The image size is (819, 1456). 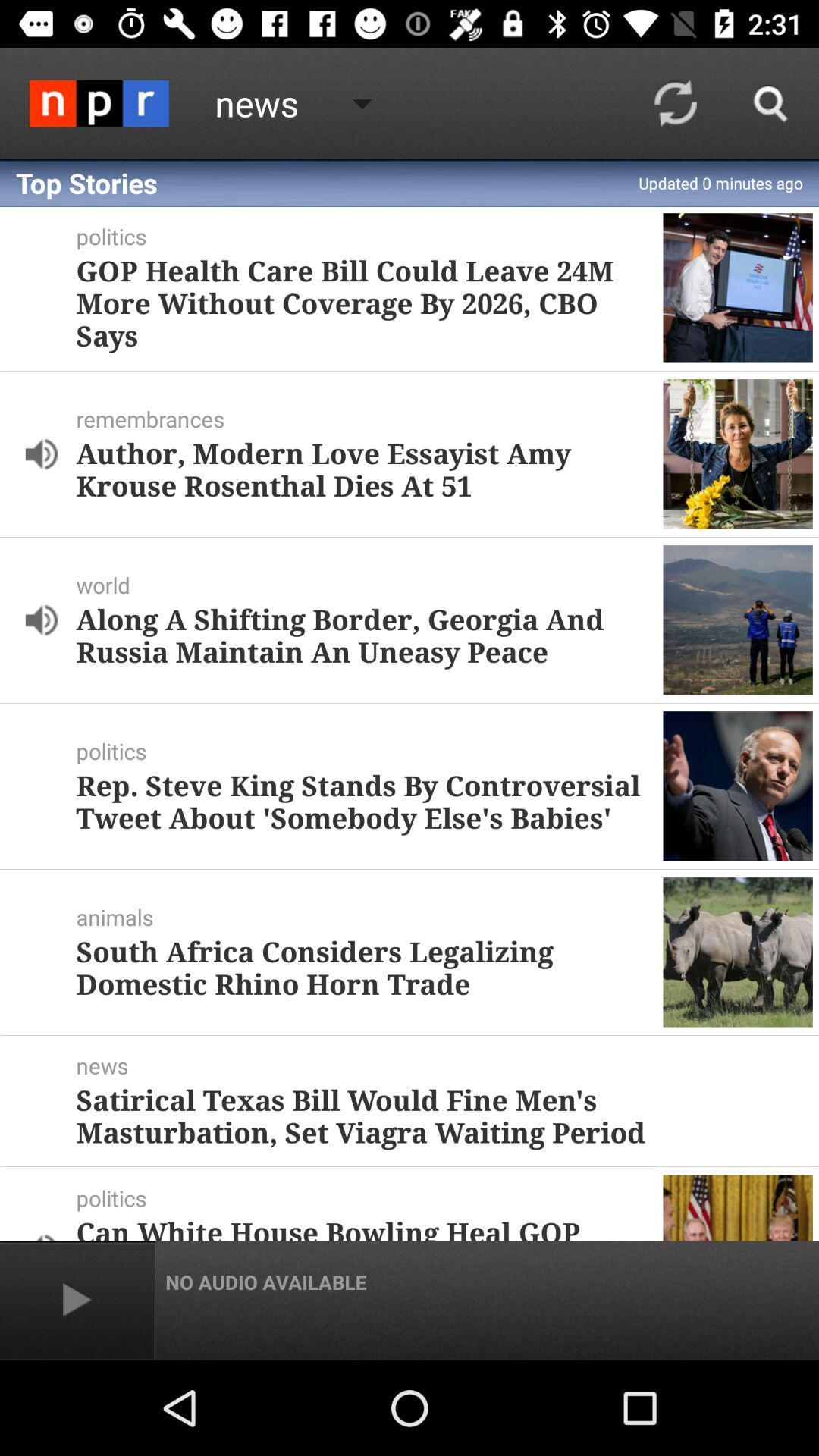 I want to click on reload icon, so click(x=675, y=103).